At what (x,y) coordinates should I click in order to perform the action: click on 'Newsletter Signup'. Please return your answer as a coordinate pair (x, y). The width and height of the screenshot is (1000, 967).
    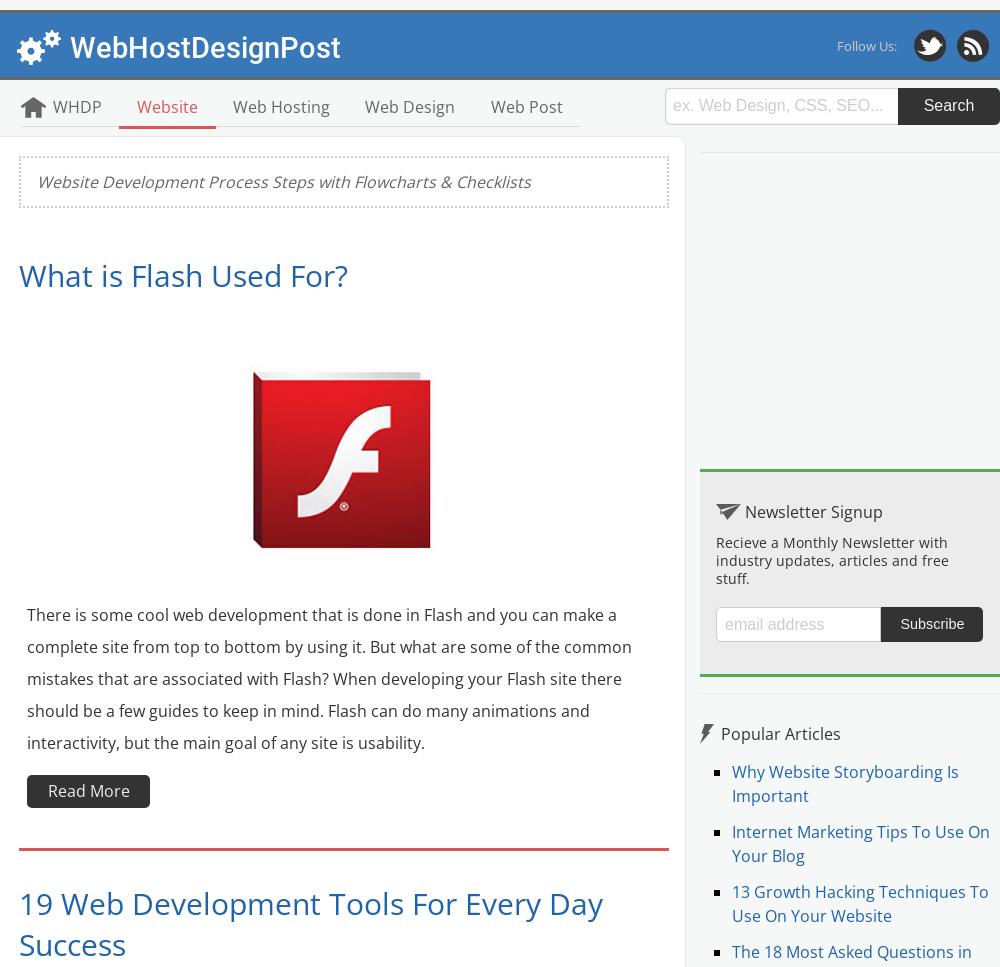
    Looking at the image, I should click on (812, 509).